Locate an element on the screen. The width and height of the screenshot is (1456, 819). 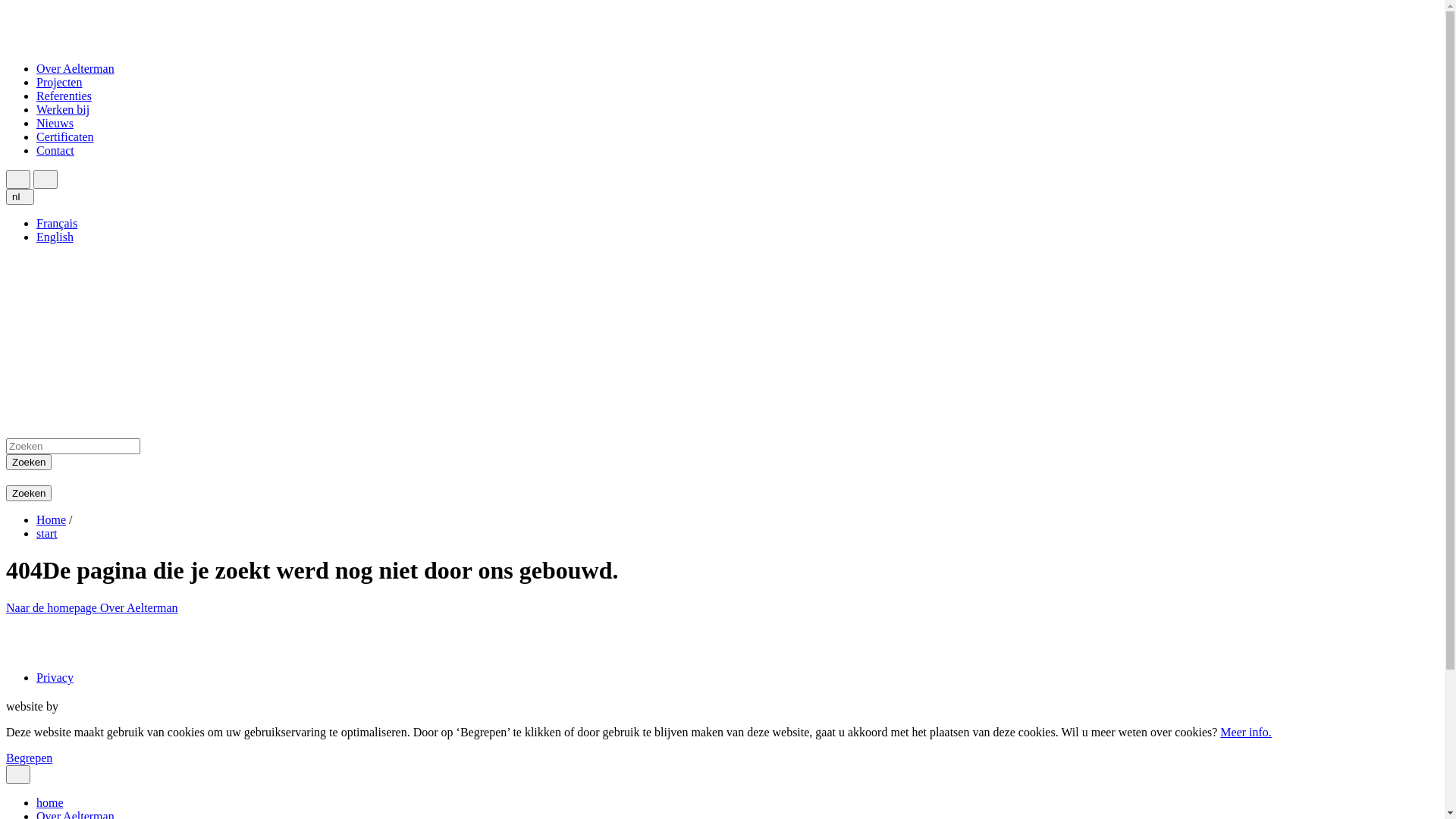
'start' is located at coordinates (47, 532).